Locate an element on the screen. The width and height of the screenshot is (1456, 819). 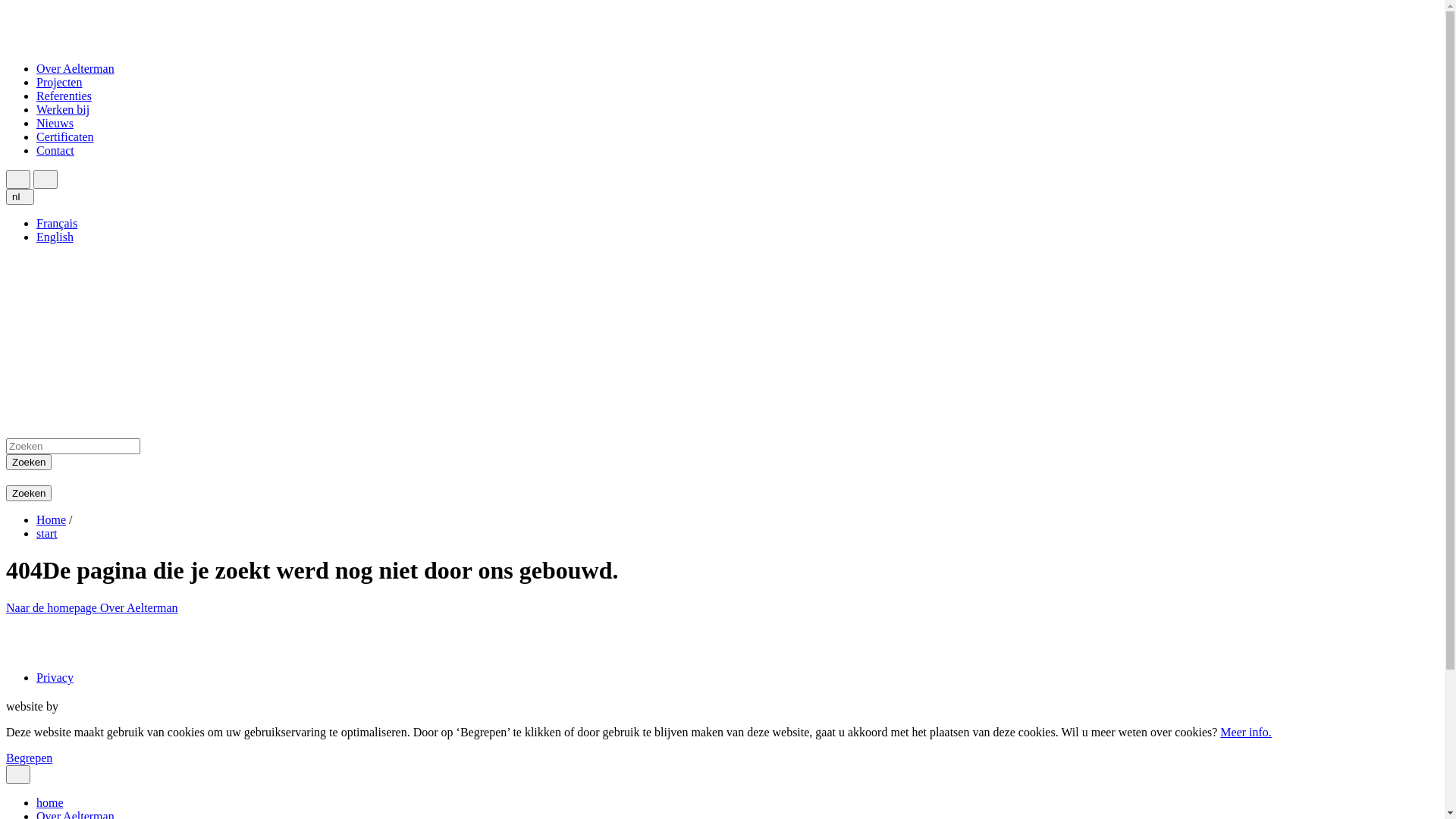
'start' is located at coordinates (47, 532).